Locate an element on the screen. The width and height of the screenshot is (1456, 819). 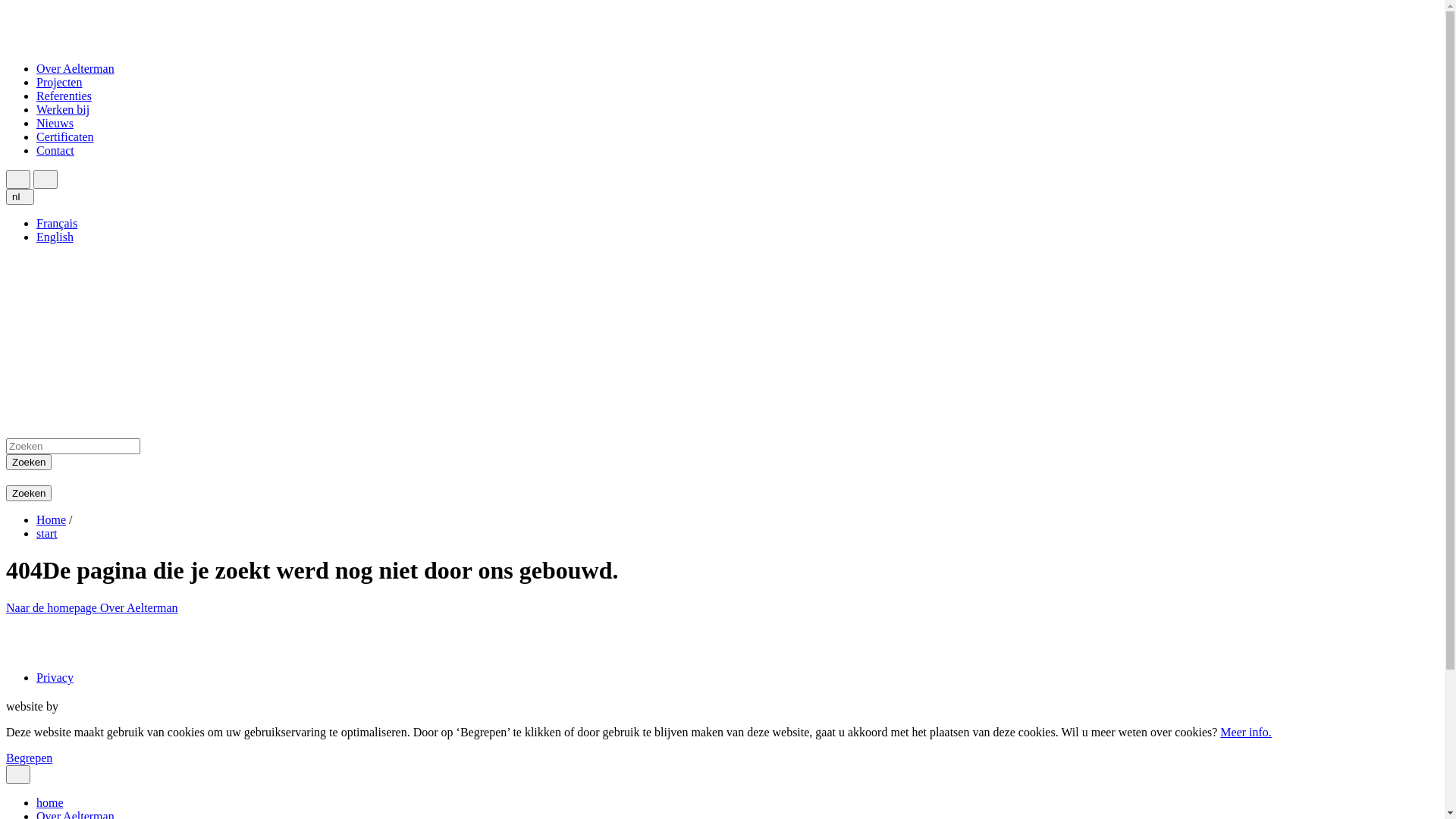
'start' is located at coordinates (47, 532).